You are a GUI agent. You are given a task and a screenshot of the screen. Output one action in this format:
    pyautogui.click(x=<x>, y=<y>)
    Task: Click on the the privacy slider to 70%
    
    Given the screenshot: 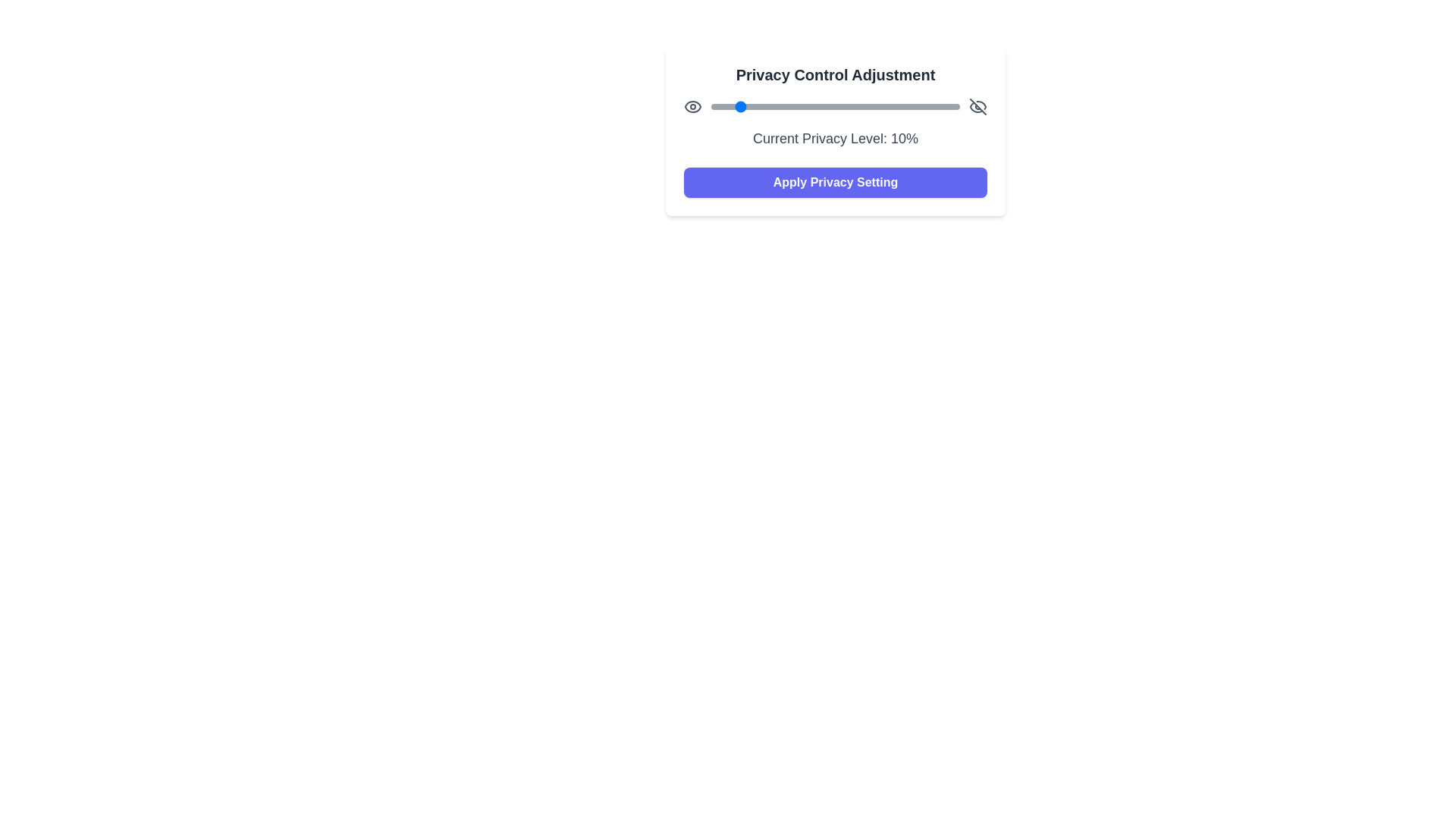 What is the action you would take?
    pyautogui.click(x=885, y=106)
    